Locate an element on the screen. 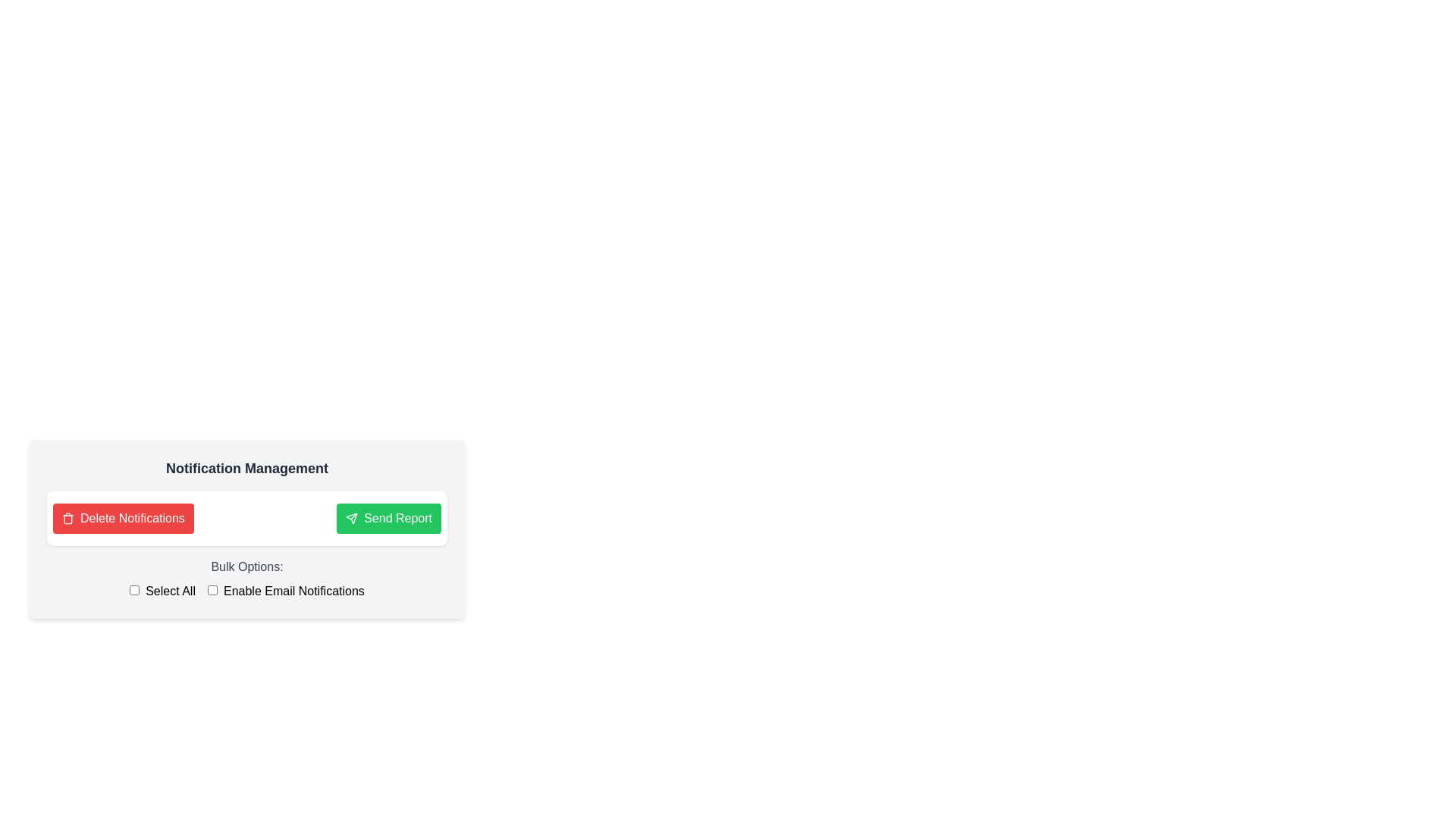 The image size is (1456, 819). the 'Send Report' text label within the green button is located at coordinates (398, 517).